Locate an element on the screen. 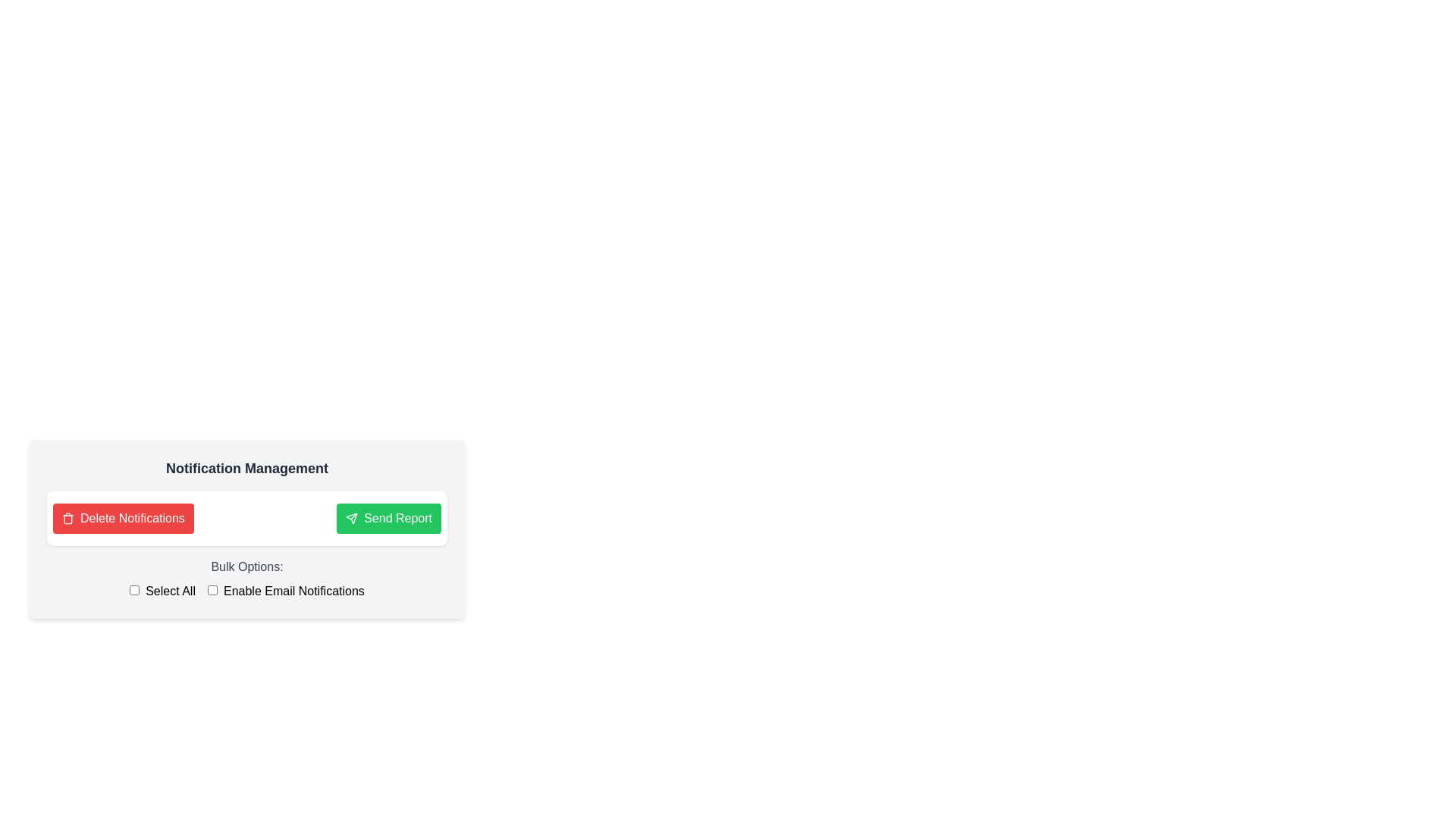 The image size is (1456, 819). the 'Send Report' text label within the green button is located at coordinates (398, 517).